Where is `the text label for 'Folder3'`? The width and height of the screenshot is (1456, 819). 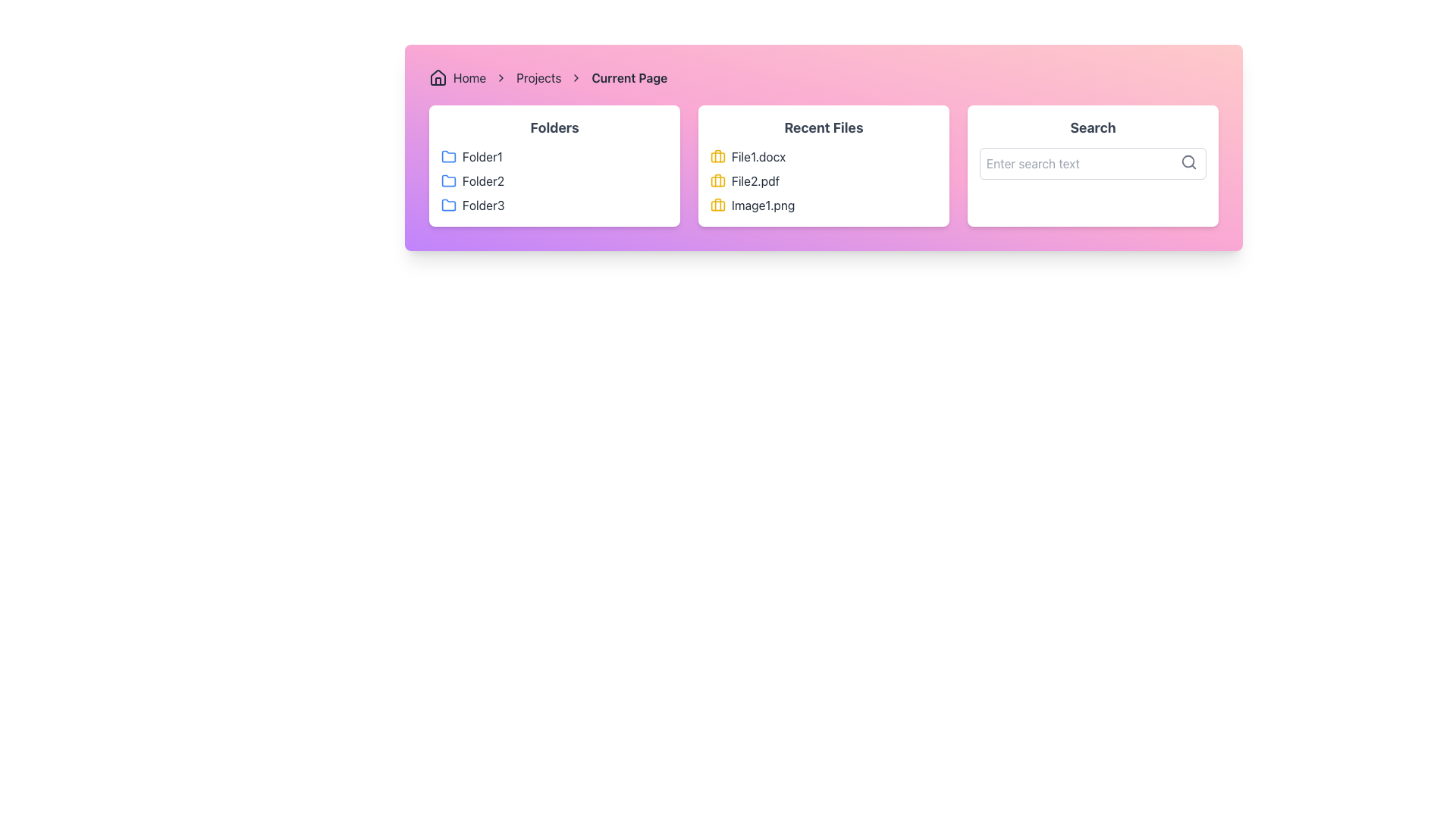
the text label for 'Folder3' is located at coordinates (482, 205).